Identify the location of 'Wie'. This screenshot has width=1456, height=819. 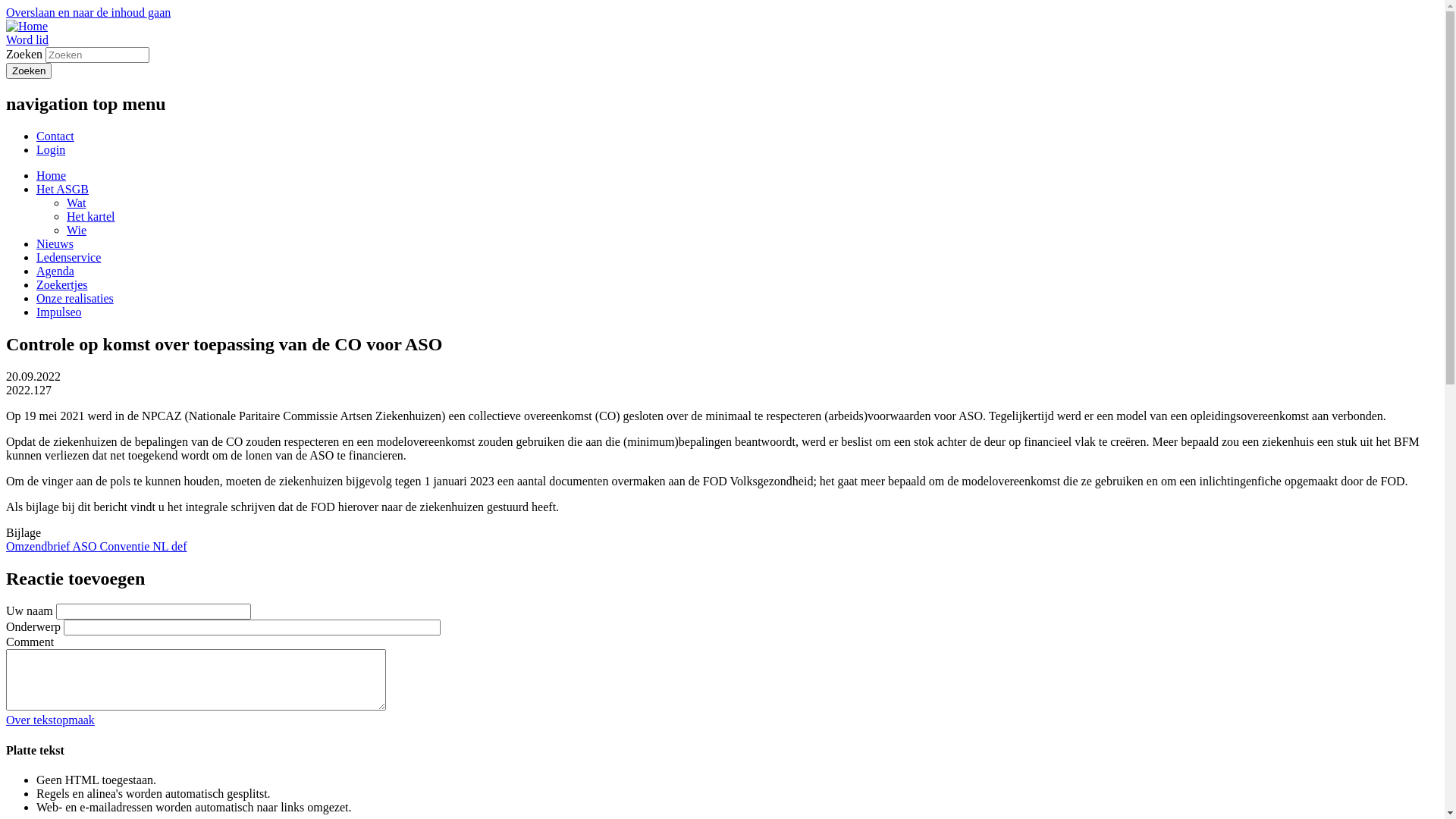
(75, 230).